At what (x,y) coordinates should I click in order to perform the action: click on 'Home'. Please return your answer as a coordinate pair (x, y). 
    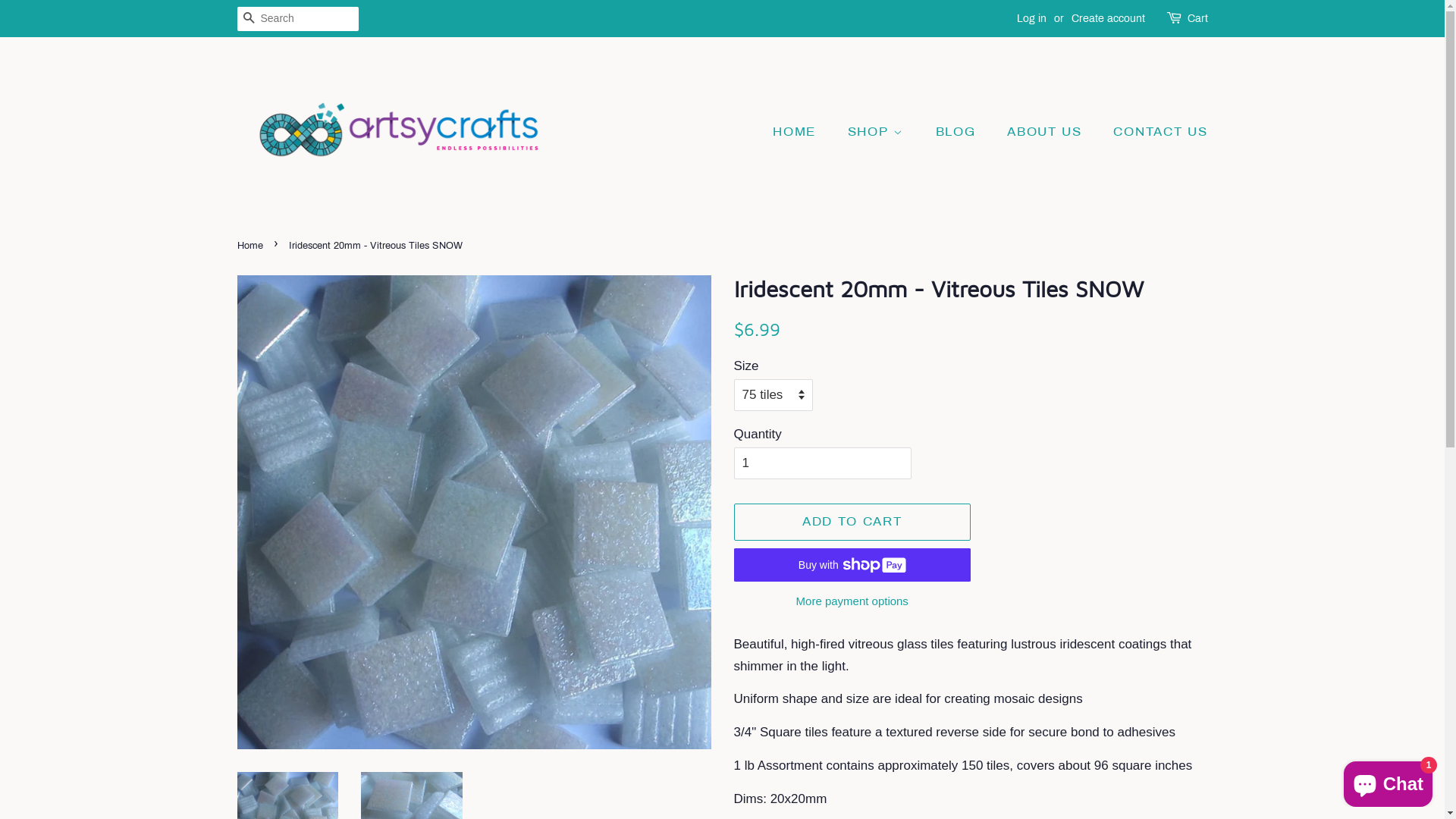
    Looking at the image, I should click on (236, 245).